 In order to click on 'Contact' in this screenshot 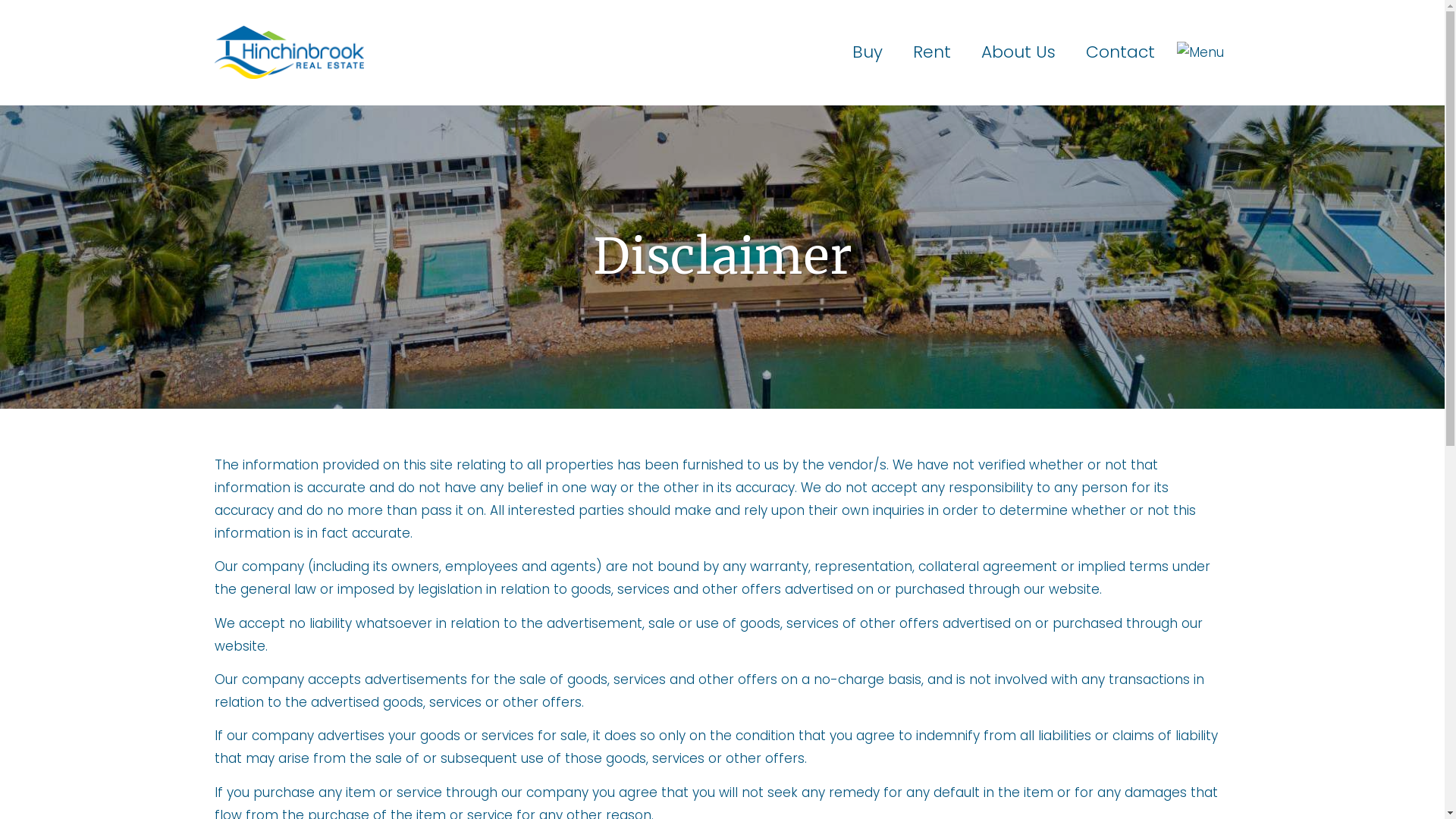, I will do `click(1120, 52)`.